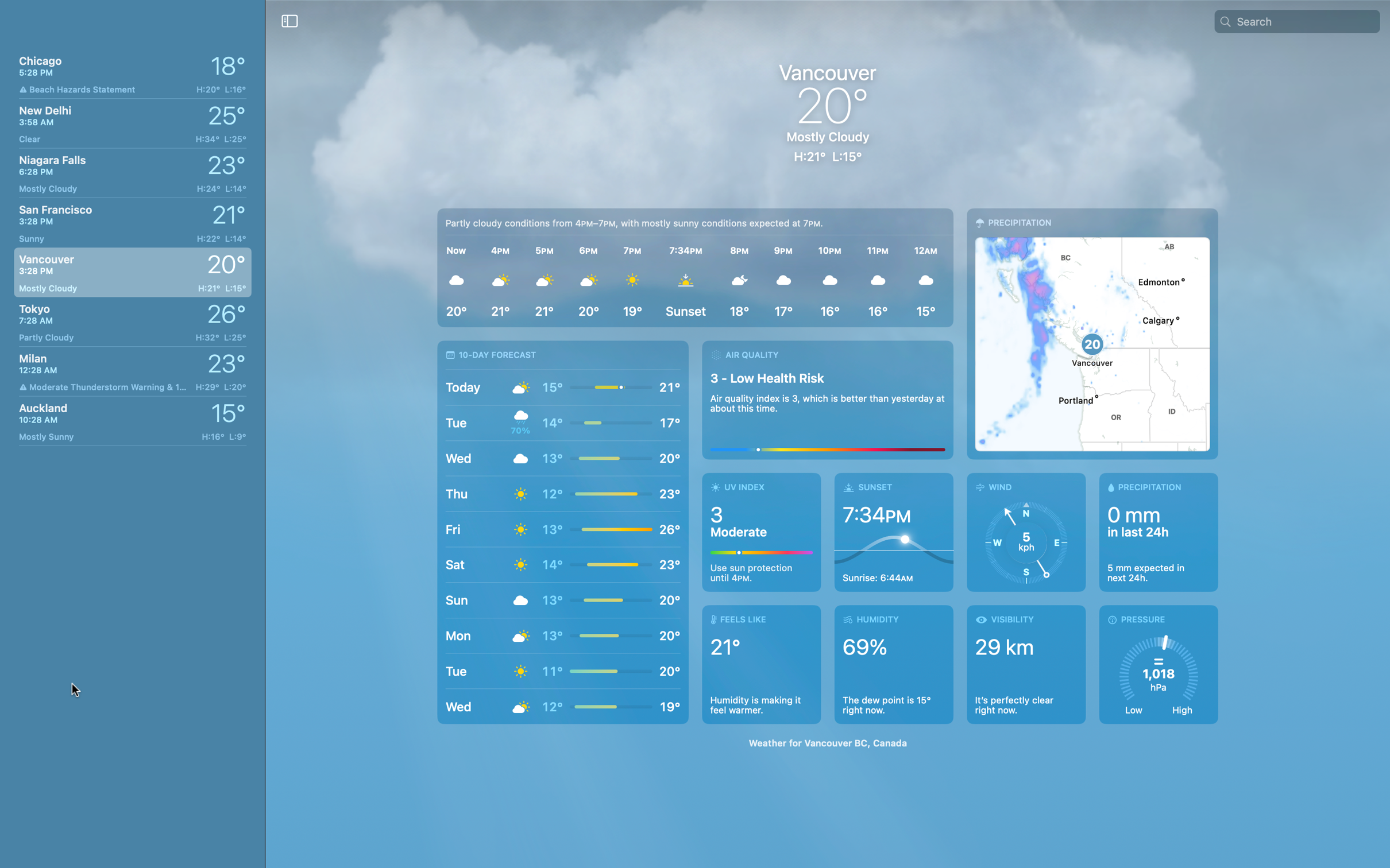 This screenshot has height=868, width=1390. What do you see at coordinates (762, 532) in the screenshot?
I see `Inspect UV levels in Vancouver` at bounding box center [762, 532].